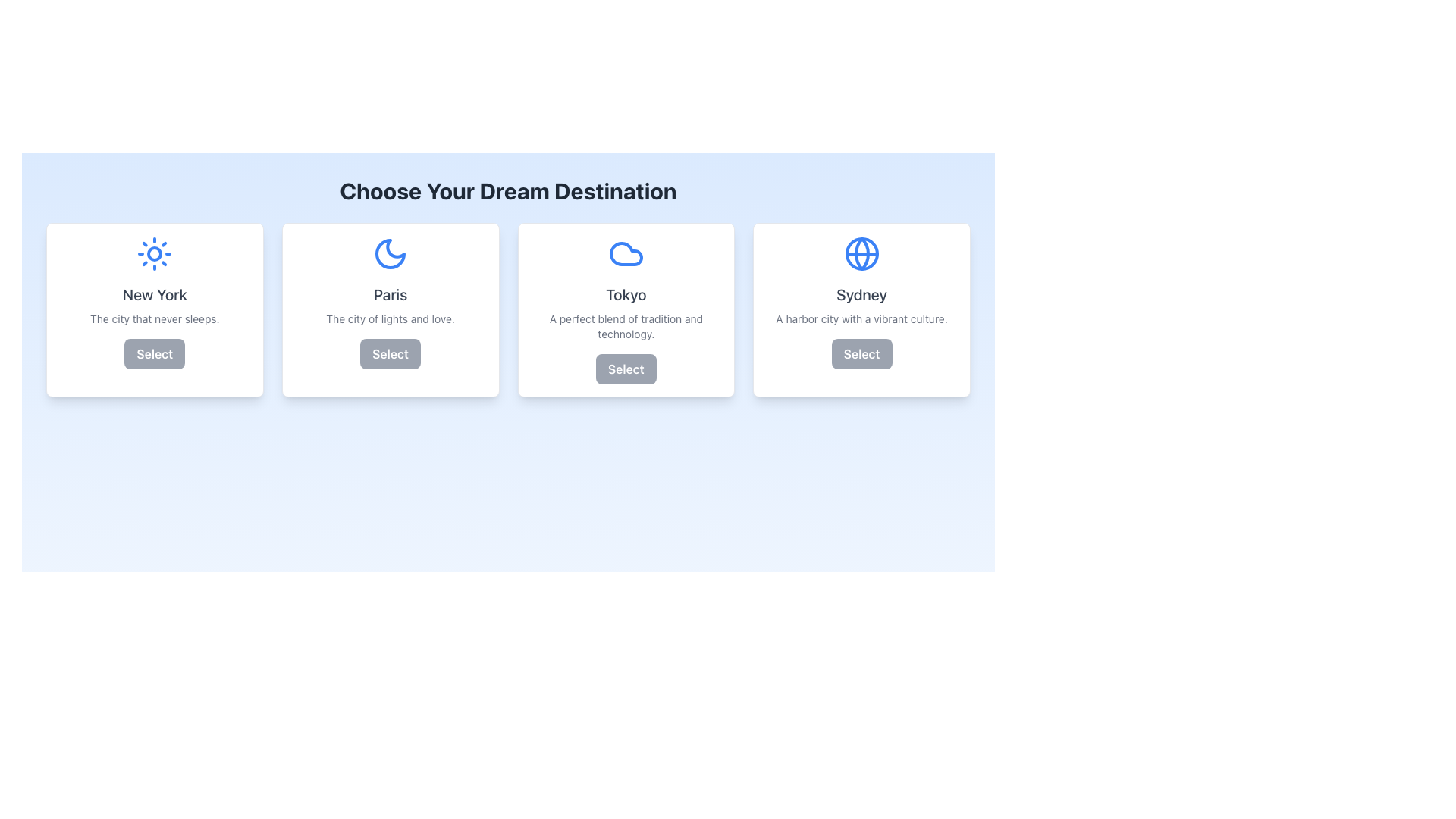 The image size is (1456, 819). I want to click on the central circular part of the sun icon located above the 'New York' card, which is the first card in a row of four cards, so click(155, 253).